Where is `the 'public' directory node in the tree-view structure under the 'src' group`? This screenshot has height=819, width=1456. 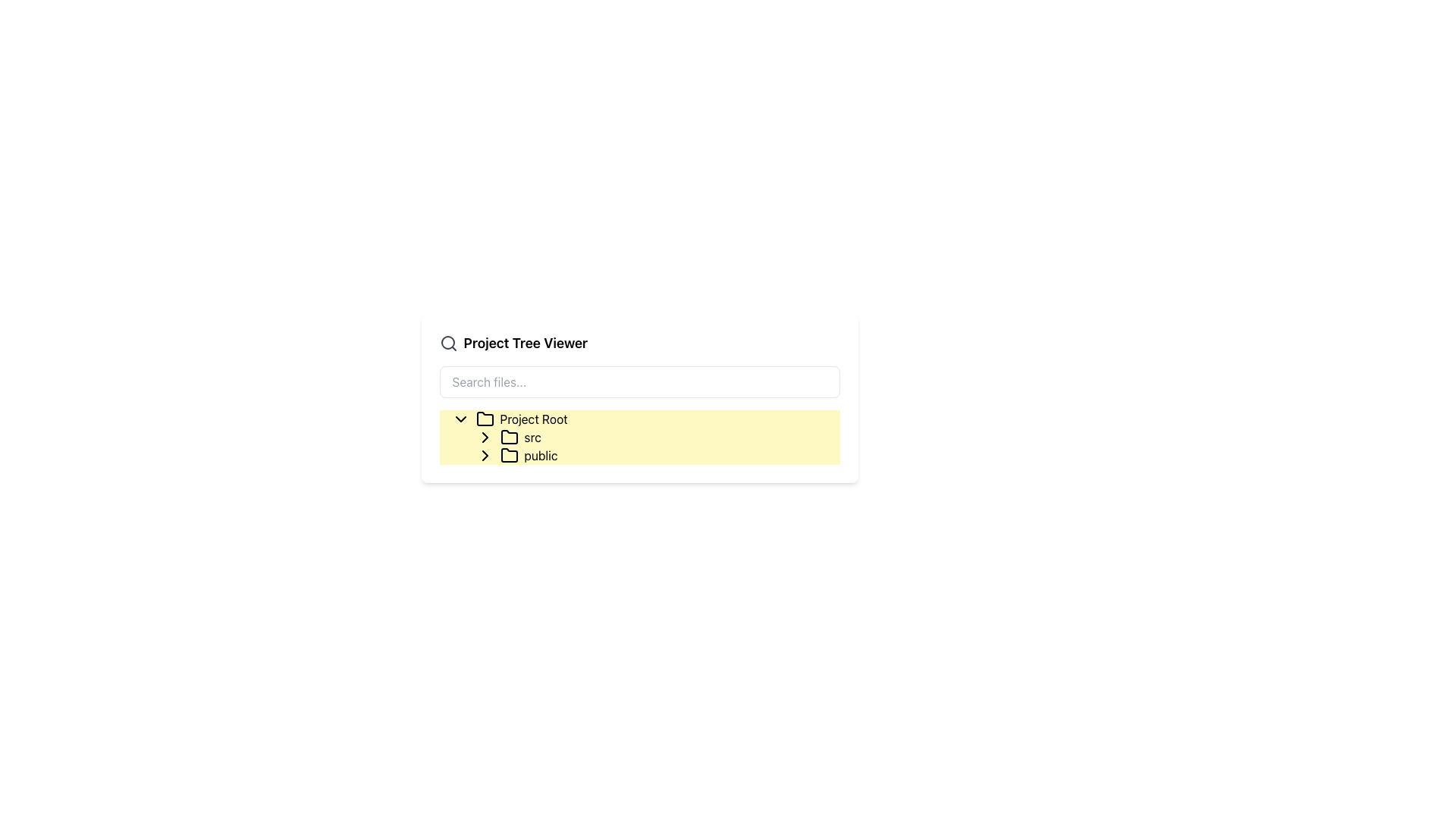
the 'public' directory node in the tree-view structure under the 'src' group is located at coordinates (651, 455).